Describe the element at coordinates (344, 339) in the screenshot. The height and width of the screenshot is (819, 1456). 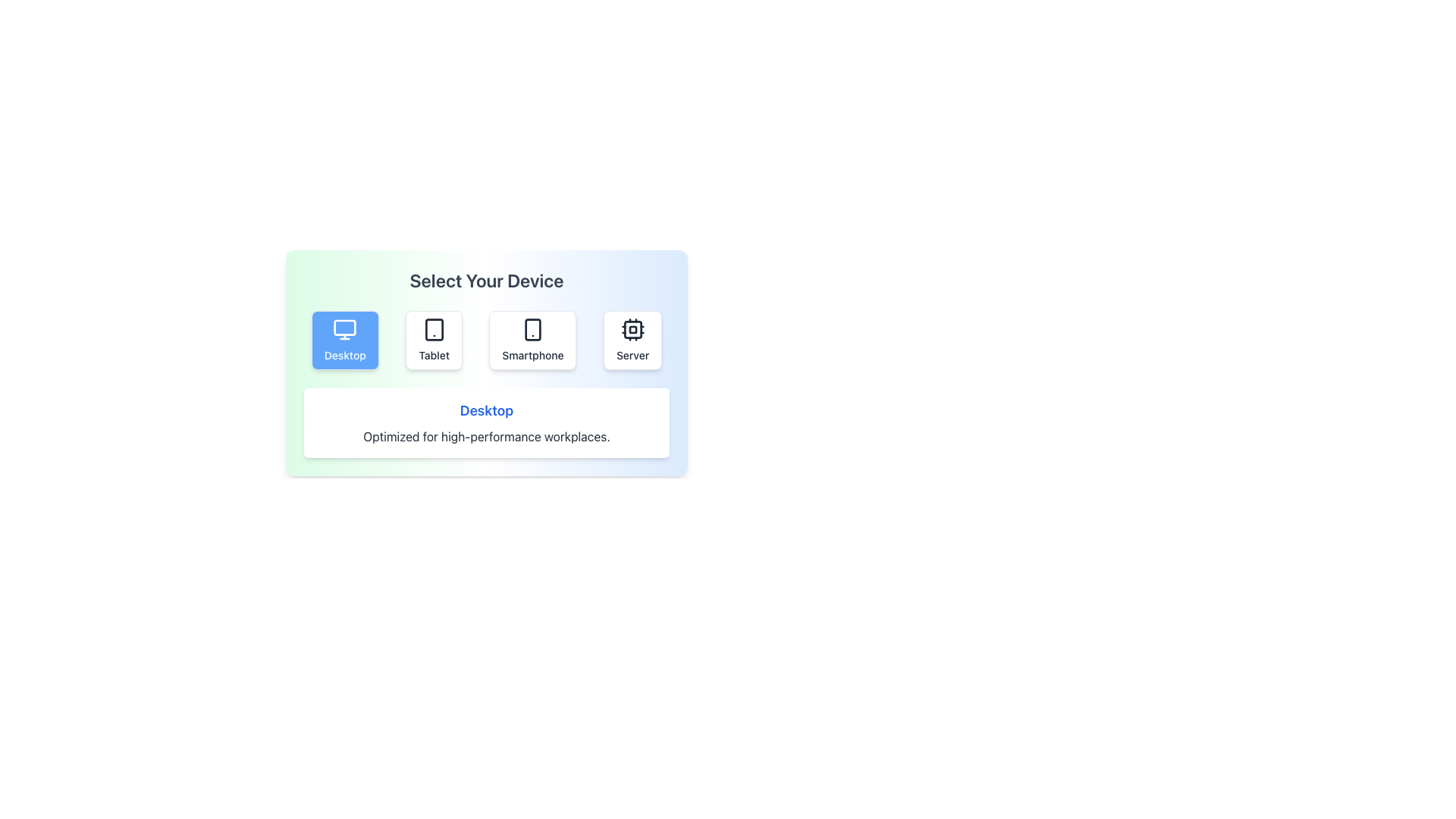
I see `the 'Desktop' device type button, which is the first option under the 'Select Your Device' section` at that location.